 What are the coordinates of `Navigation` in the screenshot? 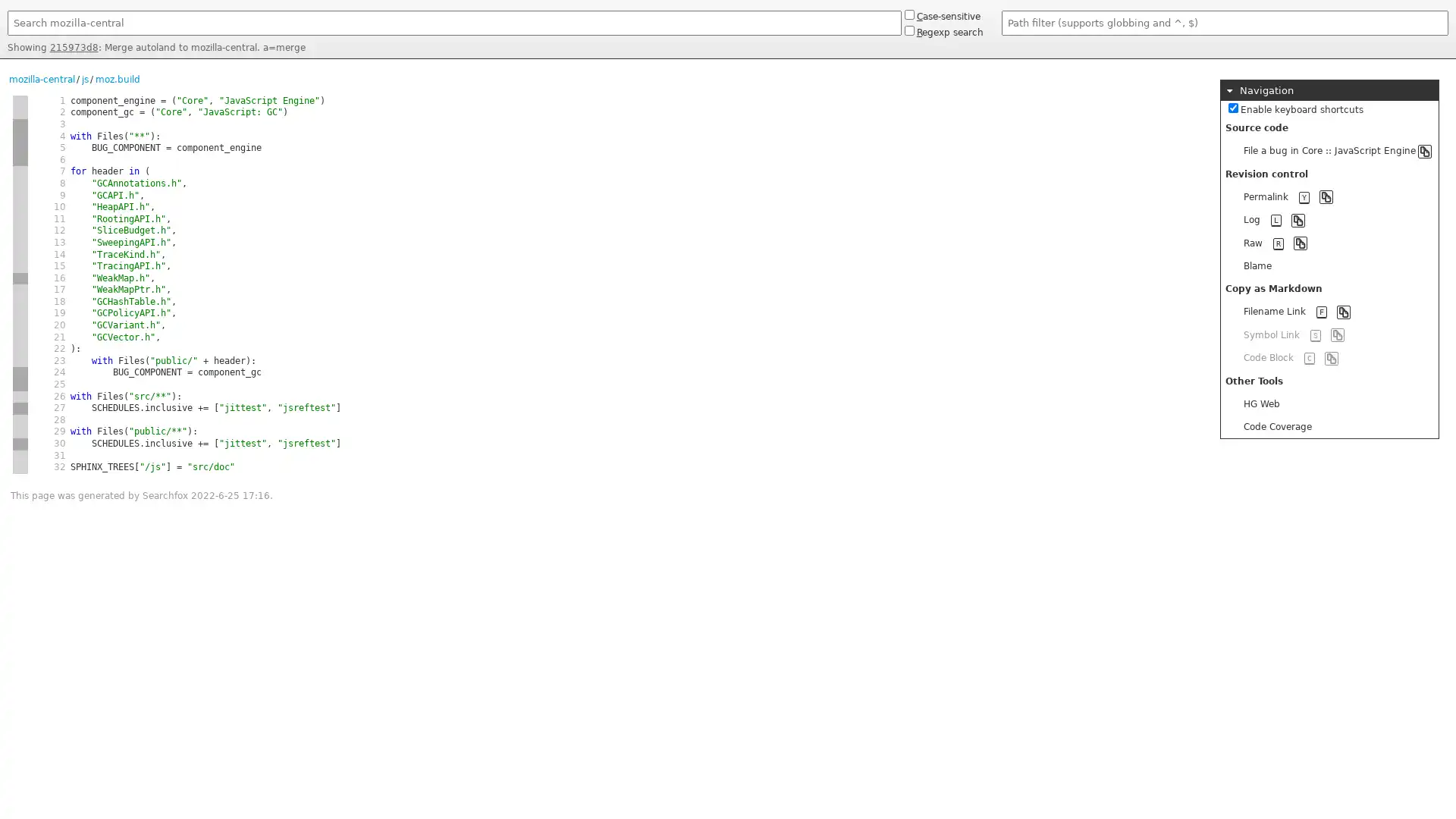 It's located at (1329, 90).